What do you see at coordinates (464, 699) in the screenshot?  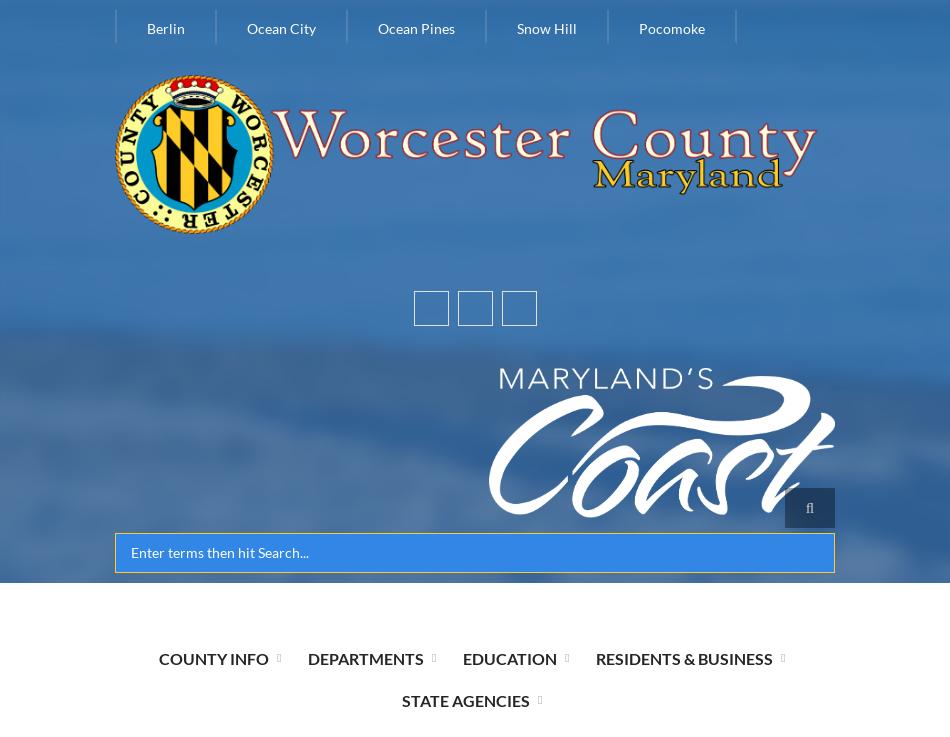 I see `'State Agencies'` at bounding box center [464, 699].